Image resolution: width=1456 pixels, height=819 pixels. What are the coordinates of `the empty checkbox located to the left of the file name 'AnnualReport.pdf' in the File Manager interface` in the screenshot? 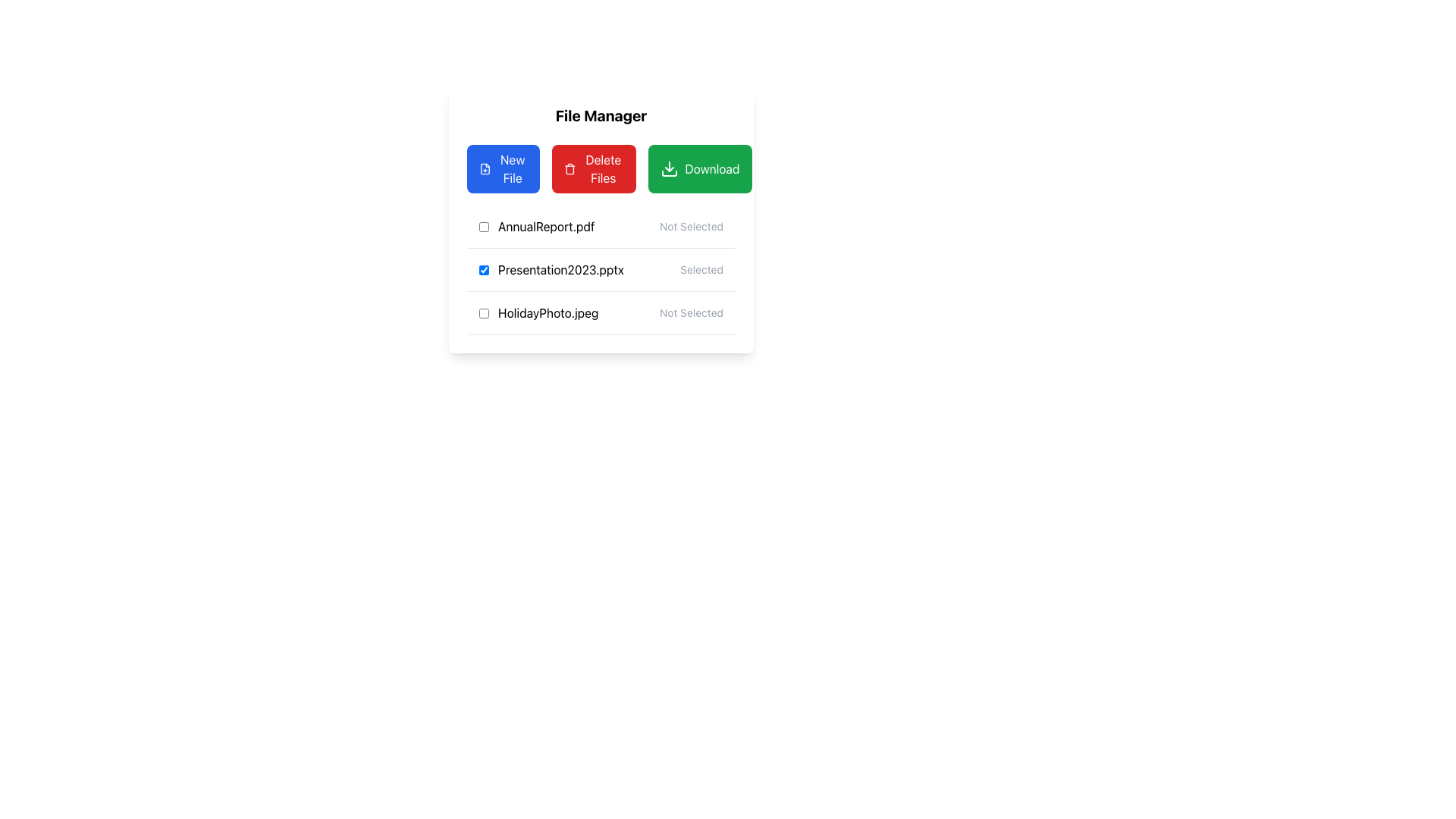 It's located at (483, 227).